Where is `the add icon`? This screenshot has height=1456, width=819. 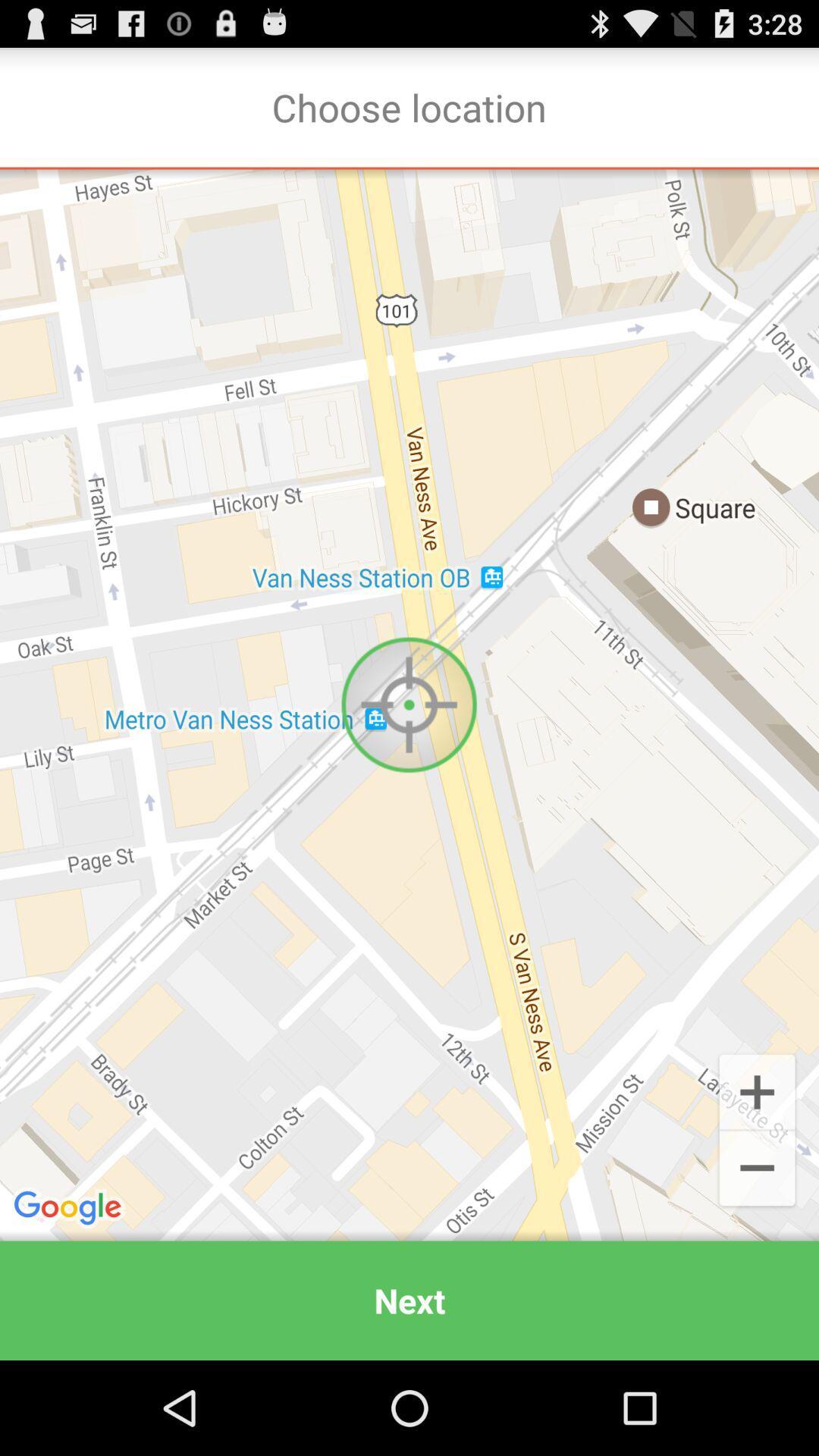
the add icon is located at coordinates (757, 1166).